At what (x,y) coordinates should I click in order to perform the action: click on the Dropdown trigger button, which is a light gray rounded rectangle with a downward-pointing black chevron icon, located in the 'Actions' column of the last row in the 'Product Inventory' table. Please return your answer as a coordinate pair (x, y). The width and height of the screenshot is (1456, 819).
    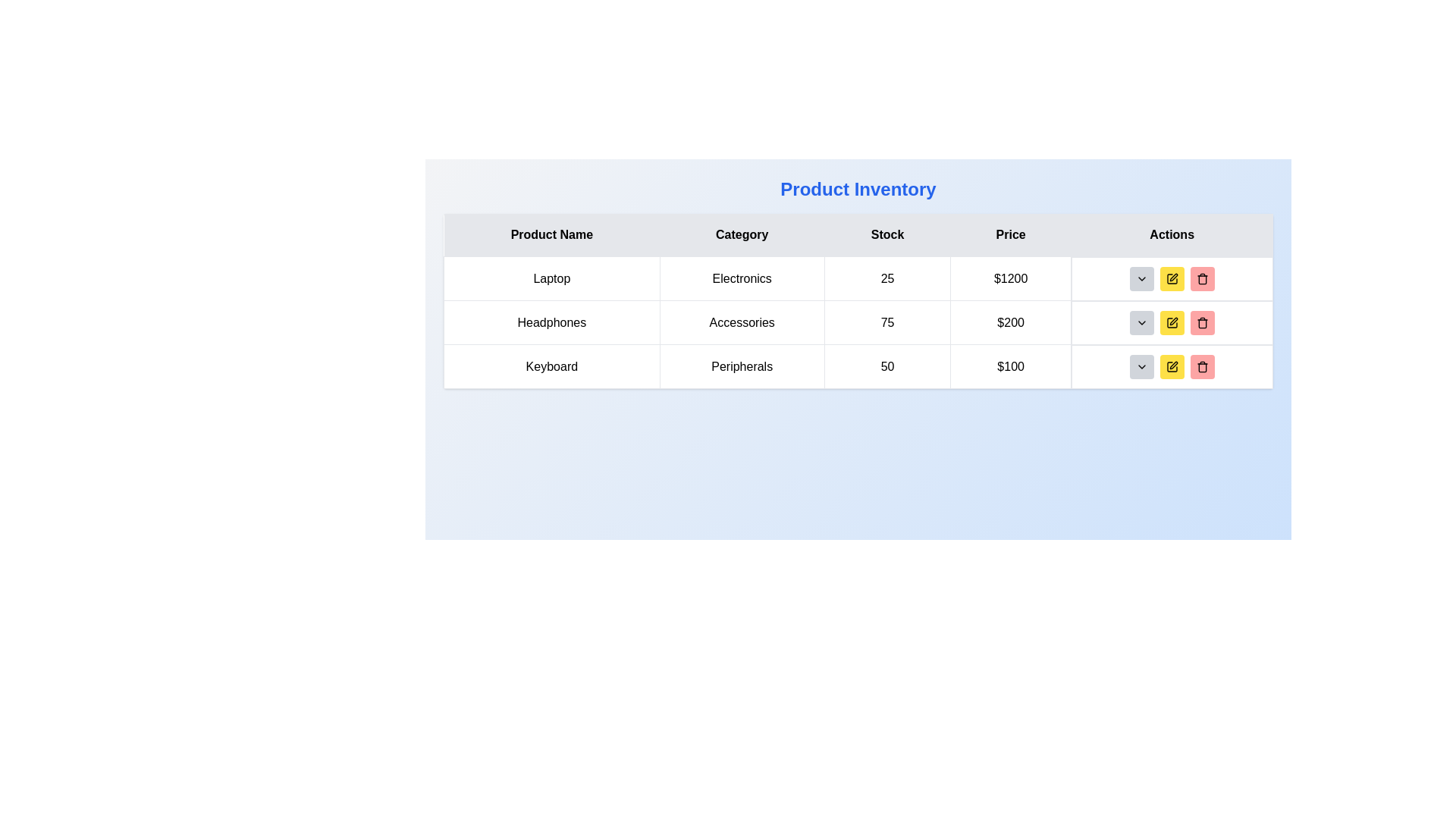
    Looking at the image, I should click on (1141, 366).